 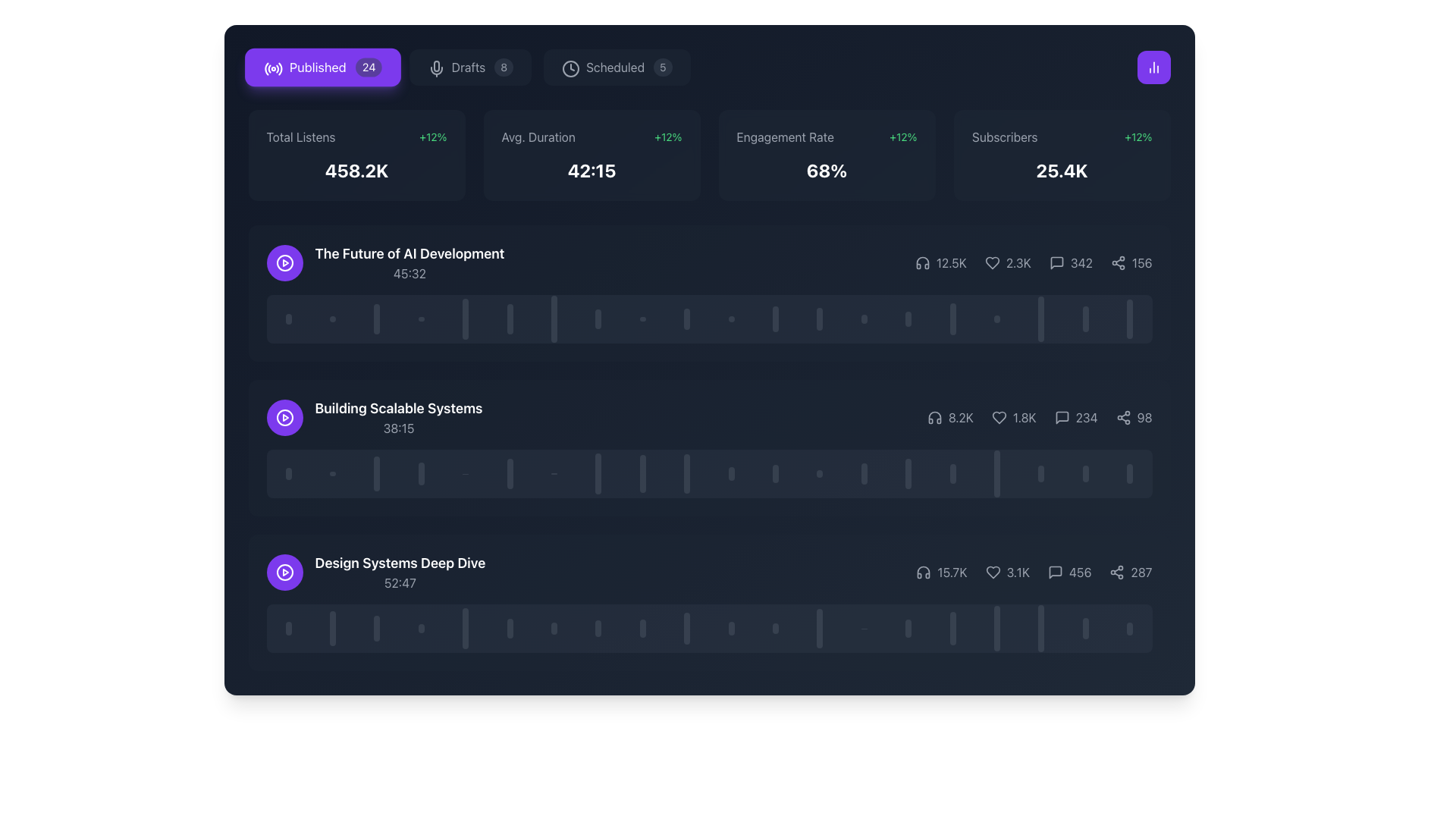 I want to click on value '8.2K' from the text label displaying '8.2K' in light gray color, positioned in the second row of the content list, aligned with a headphone icon on its left, so click(x=960, y=418).